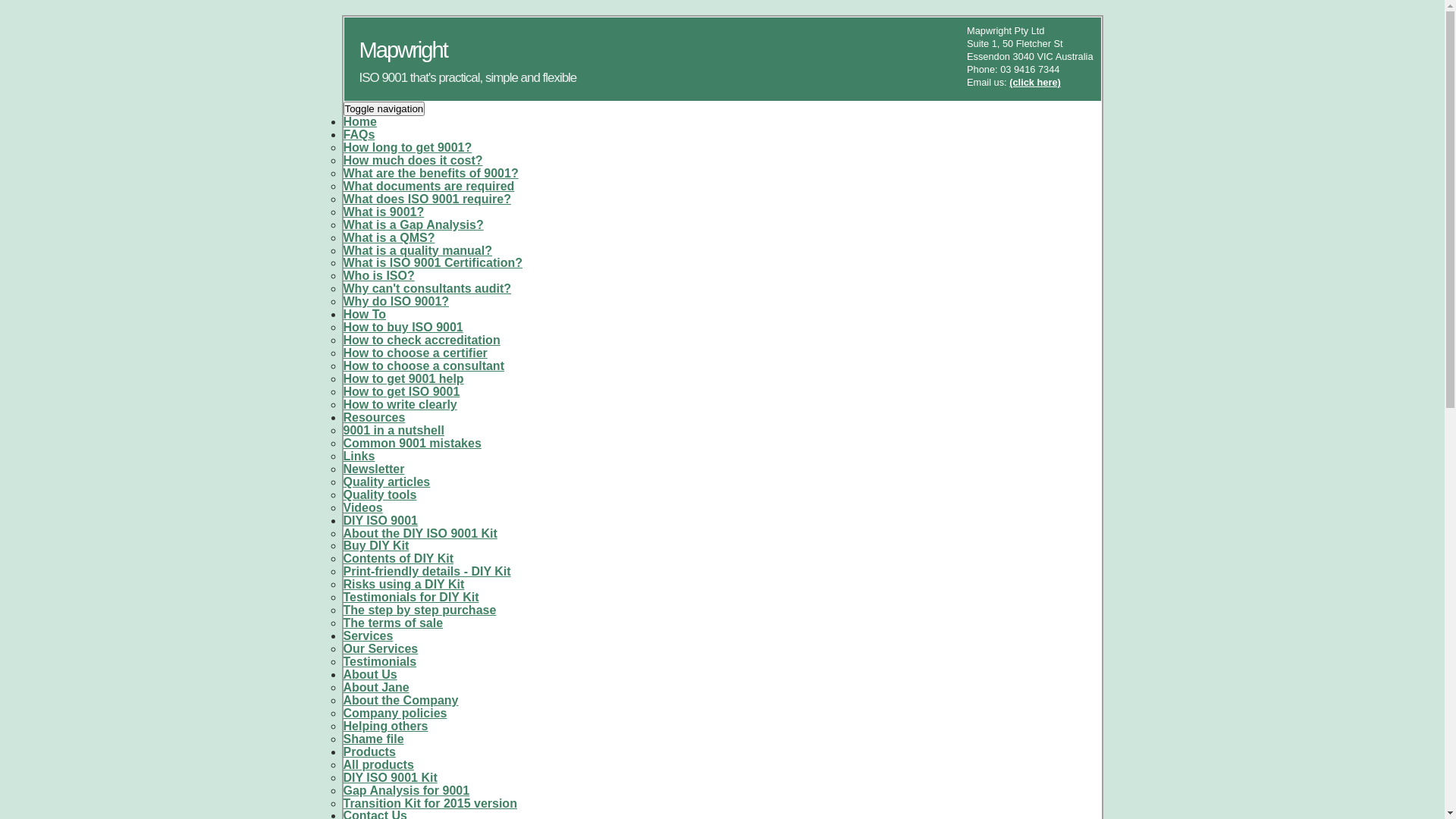 This screenshot has height=819, width=1456. What do you see at coordinates (403, 326) in the screenshot?
I see `'How to buy ISO 9001'` at bounding box center [403, 326].